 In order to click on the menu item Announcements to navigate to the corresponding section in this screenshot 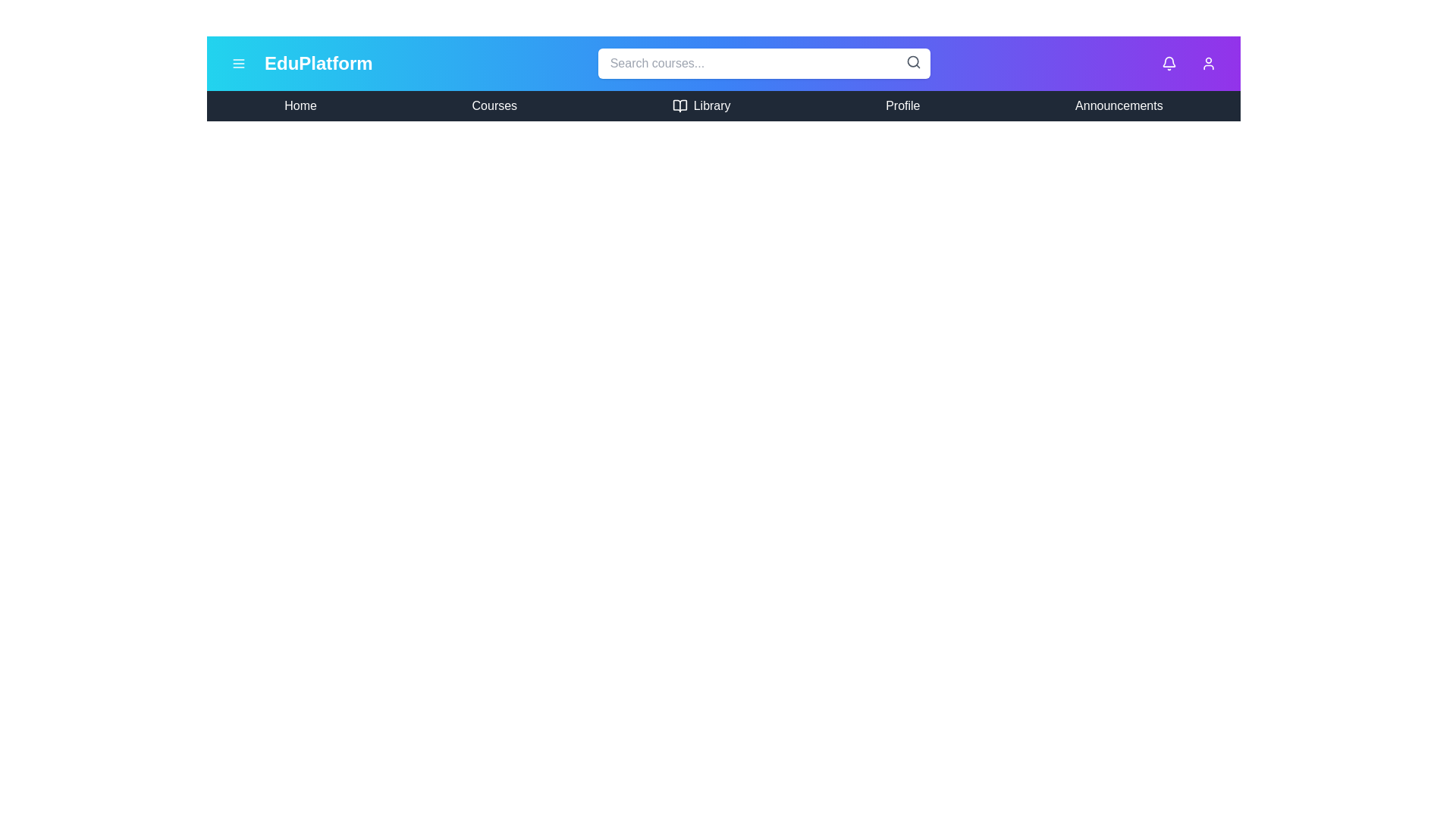, I will do `click(1119, 105)`.